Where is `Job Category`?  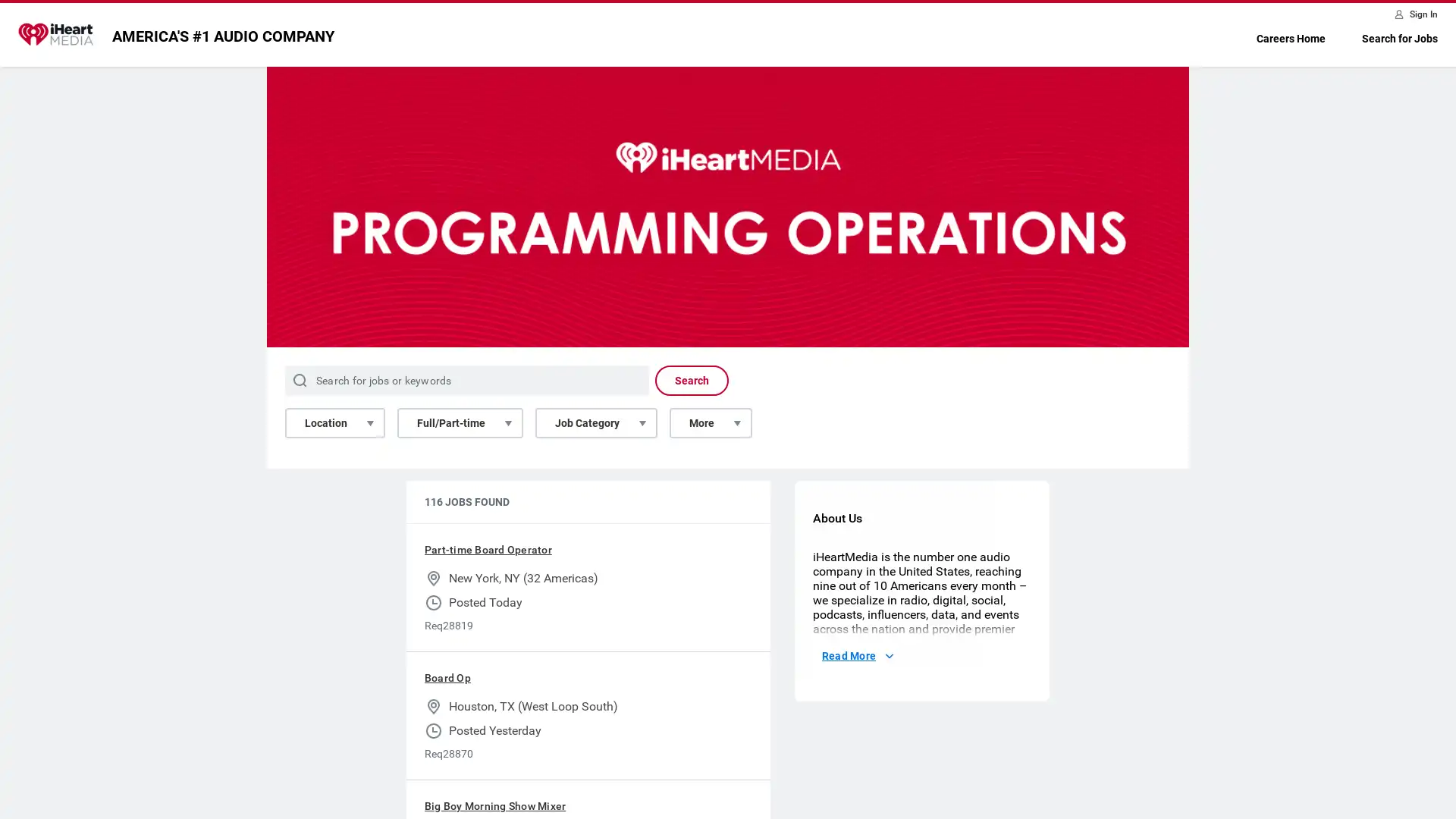 Job Category is located at coordinates (595, 423).